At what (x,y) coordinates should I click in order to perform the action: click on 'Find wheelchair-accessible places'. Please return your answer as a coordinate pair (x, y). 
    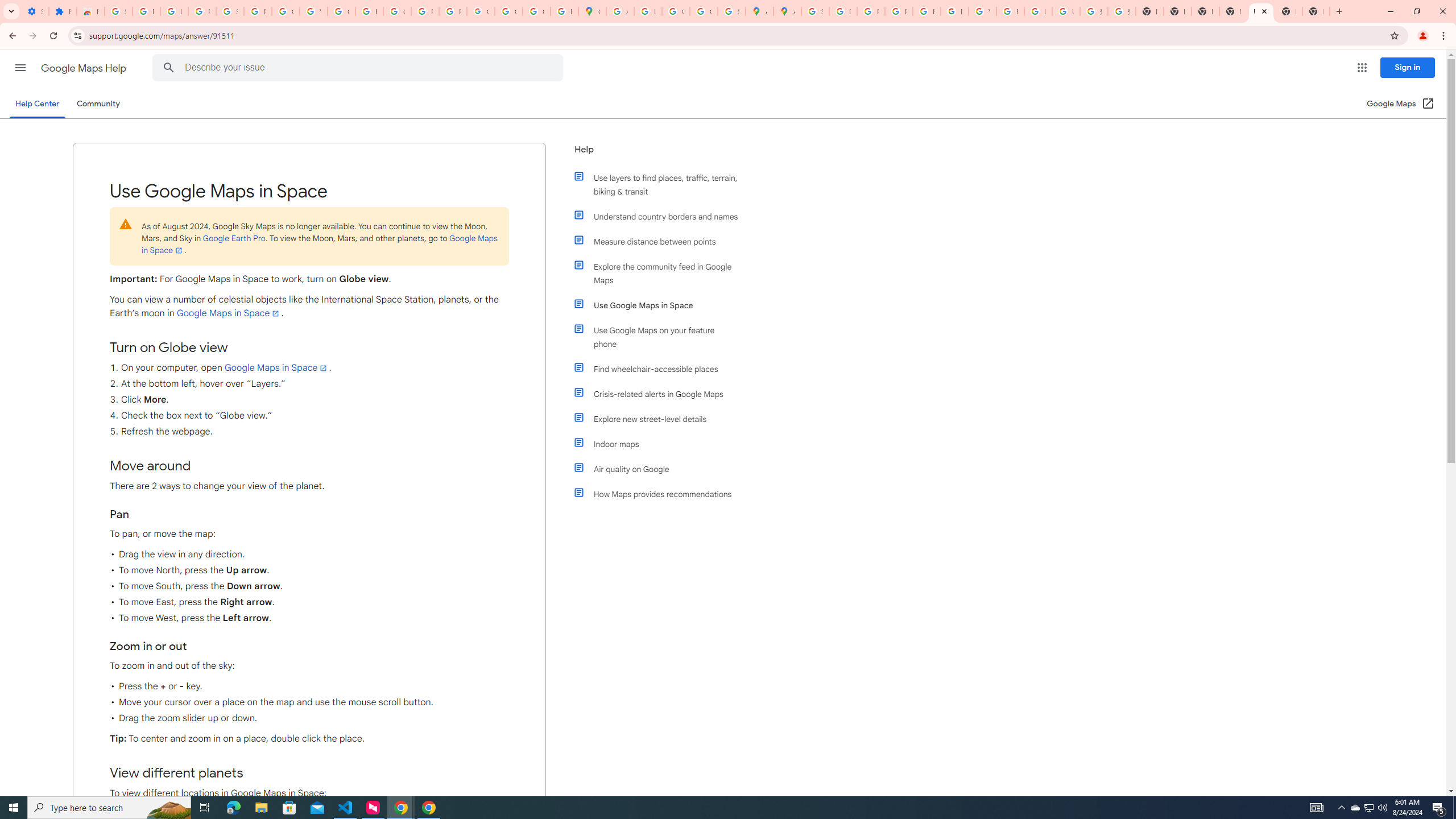
    Looking at the image, I should click on (661, 368).